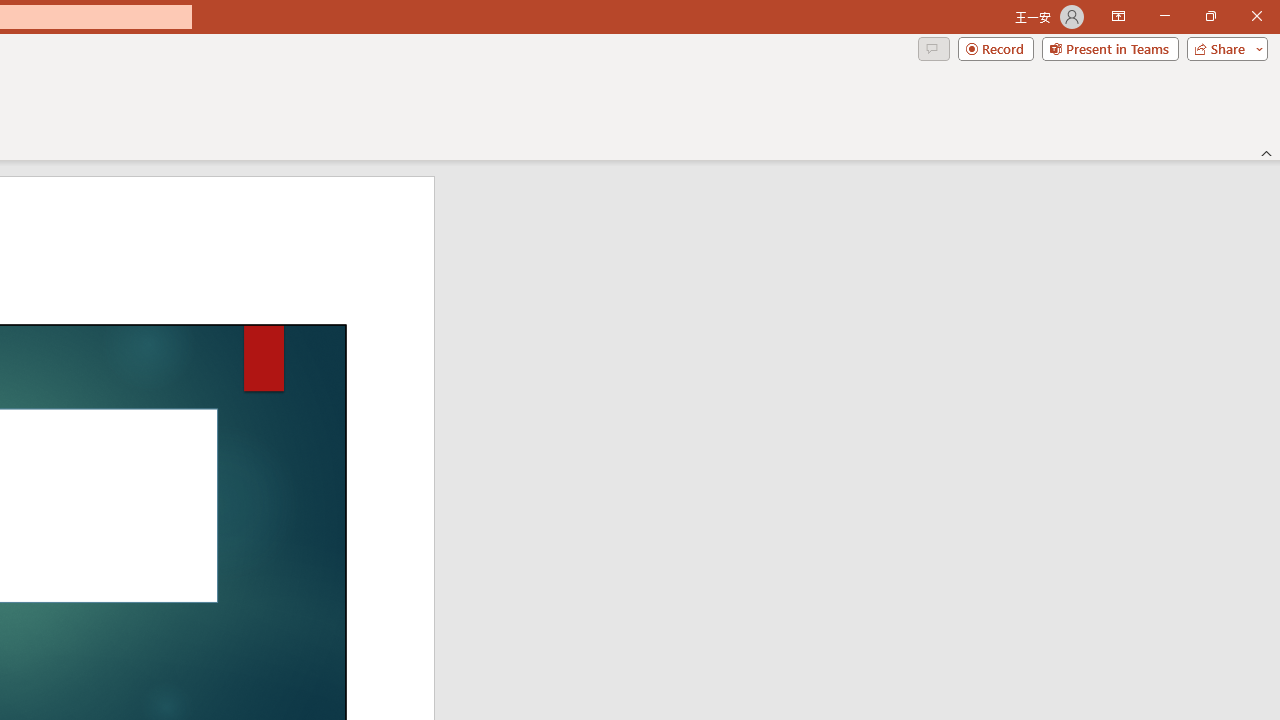 This screenshot has width=1280, height=720. What do you see at coordinates (1109, 47) in the screenshot?
I see `'Present in Teams'` at bounding box center [1109, 47].